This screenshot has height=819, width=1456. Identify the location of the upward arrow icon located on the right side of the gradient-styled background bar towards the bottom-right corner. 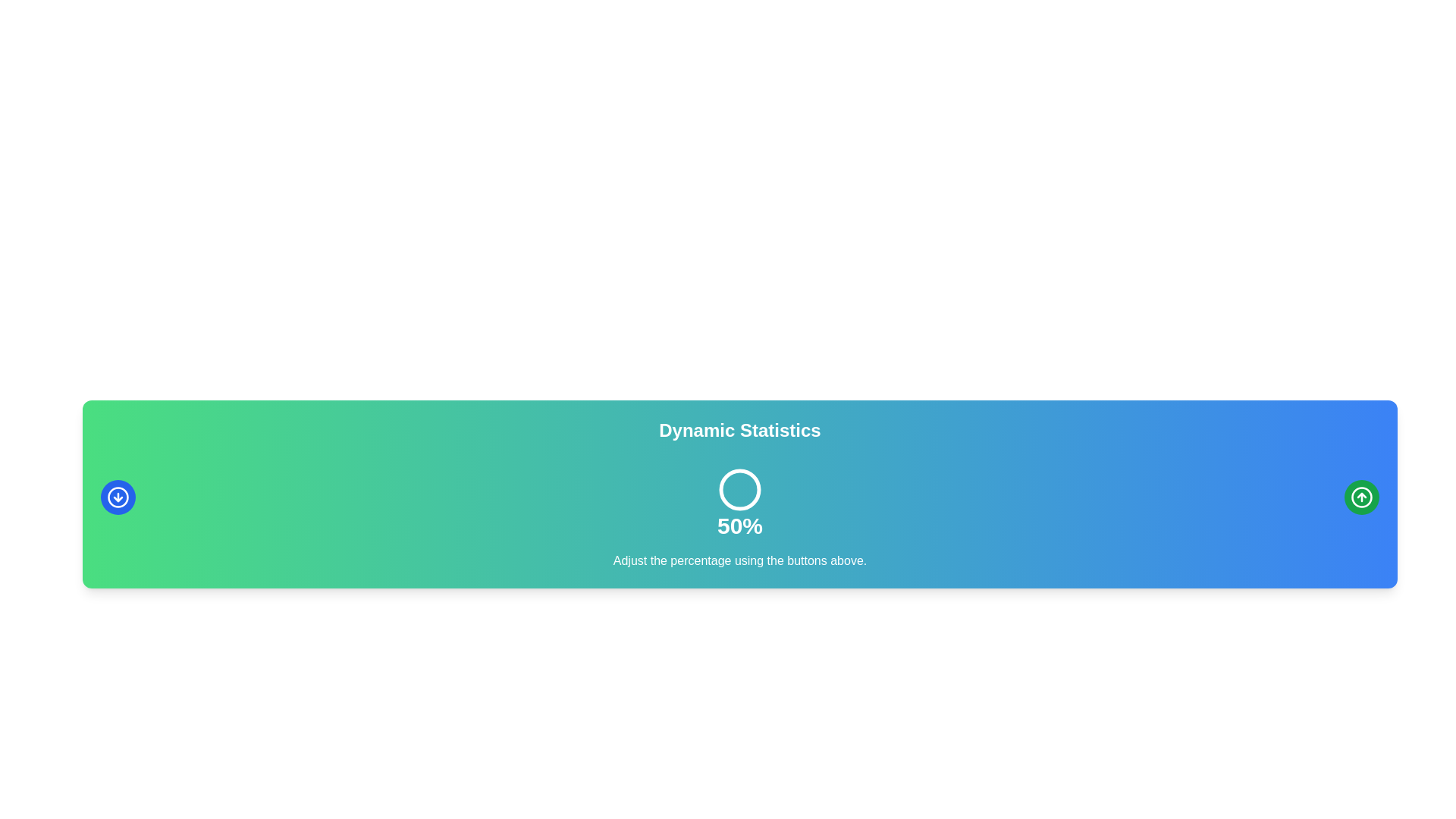
(1361, 497).